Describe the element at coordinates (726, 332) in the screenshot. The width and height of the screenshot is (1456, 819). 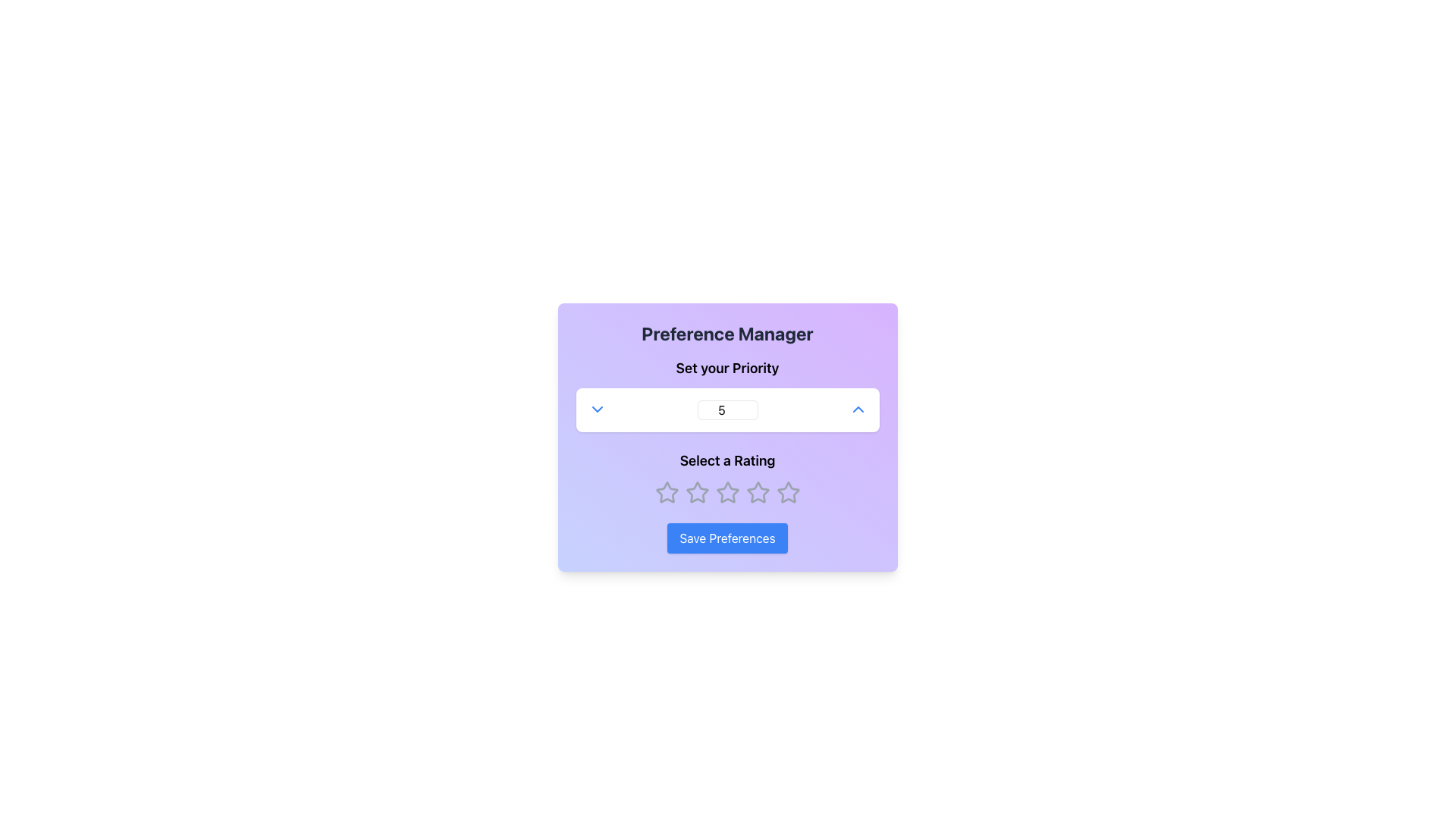
I see `the bold heading 'Preference Manager' at the top center of the card with a gradient purple background` at that location.